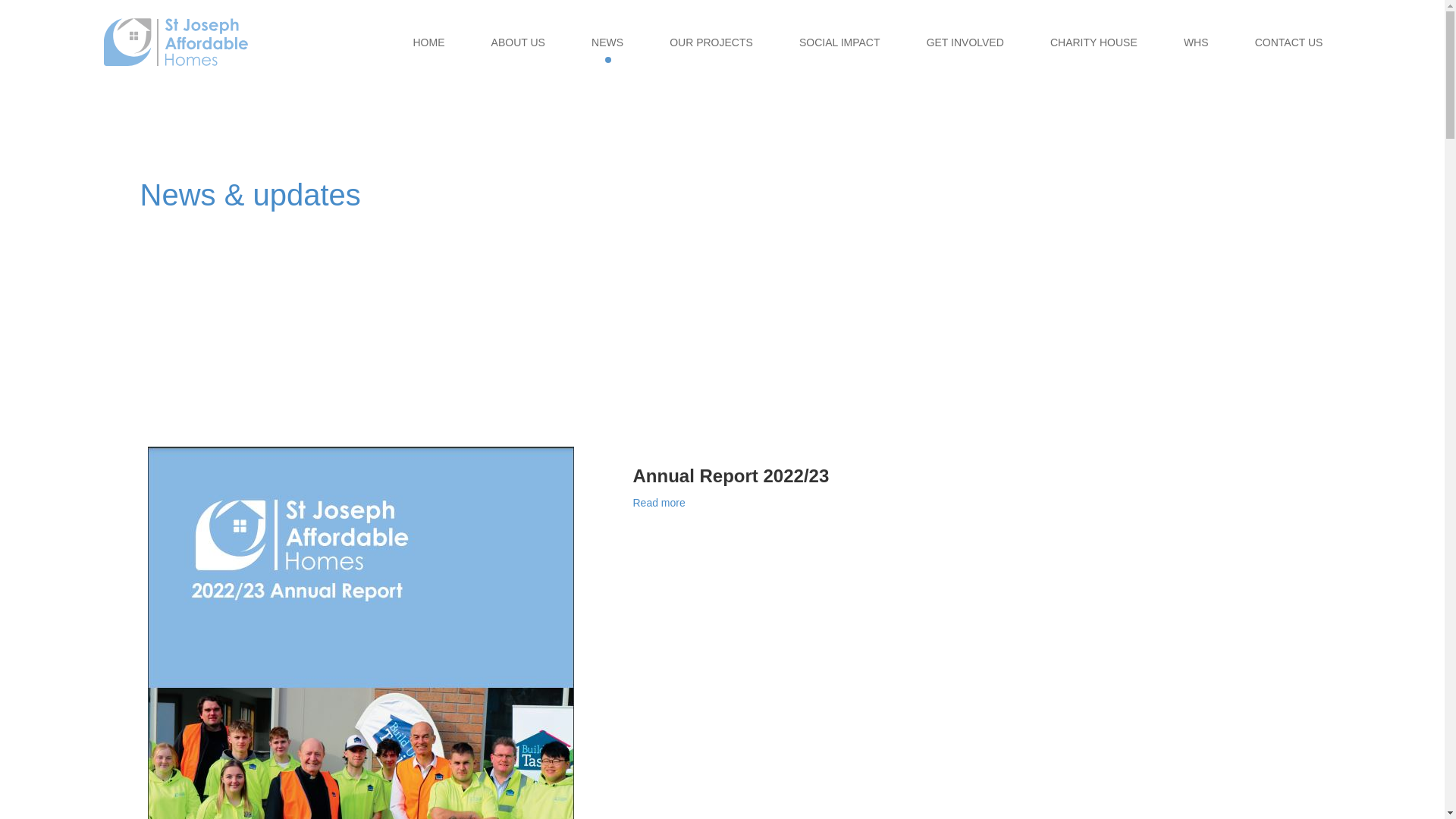 This screenshot has height=819, width=1456. What do you see at coordinates (839, 42) in the screenshot?
I see `'SOCIAL IMPACT'` at bounding box center [839, 42].